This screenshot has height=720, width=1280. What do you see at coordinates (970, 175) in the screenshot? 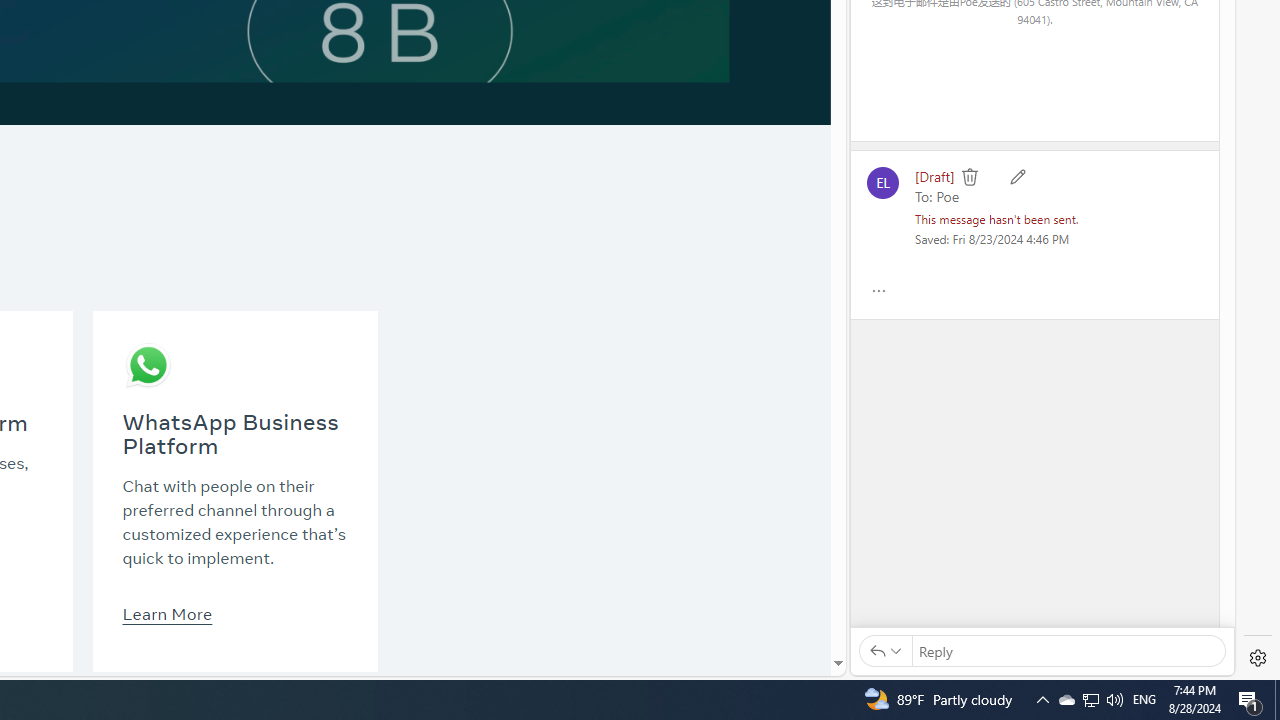
I see `'Delete'` at bounding box center [970, 175].